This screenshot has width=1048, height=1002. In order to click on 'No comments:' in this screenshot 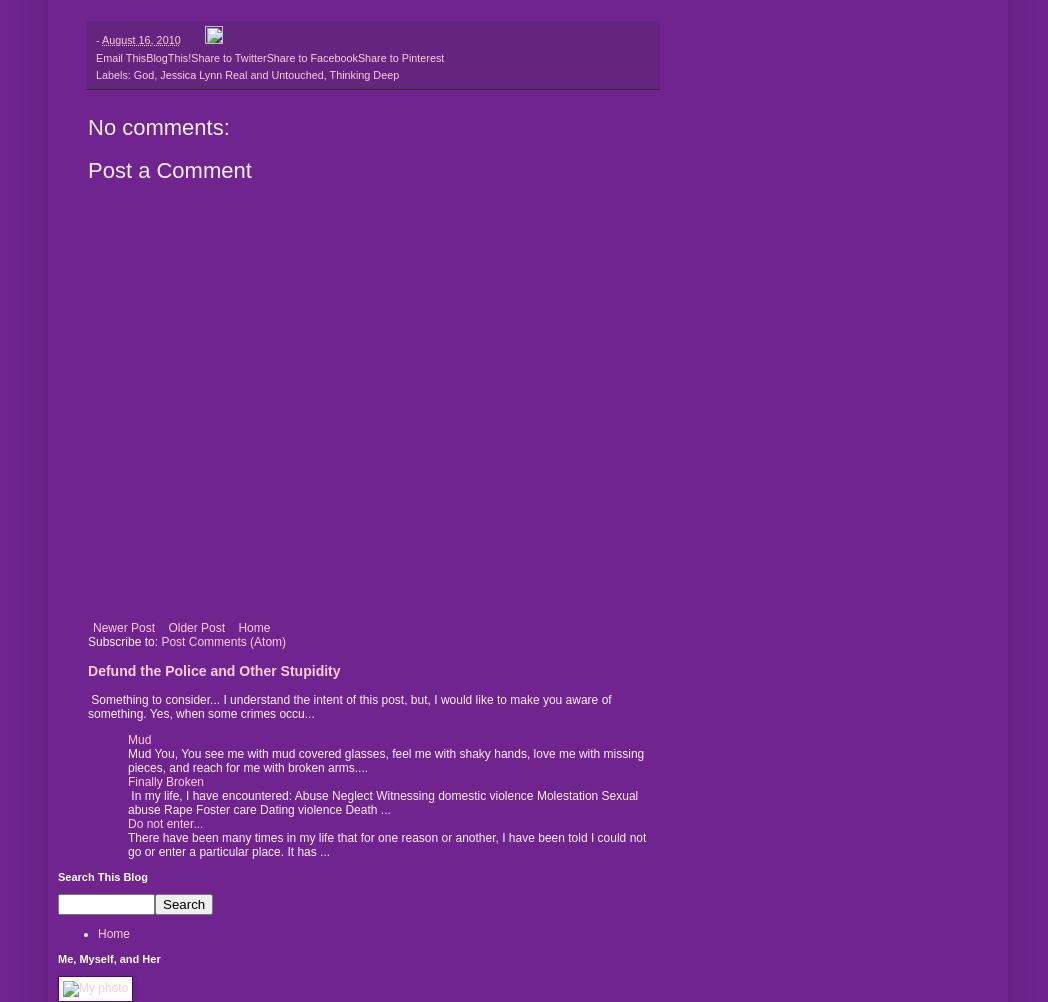, I will do `click(87, 126)`.